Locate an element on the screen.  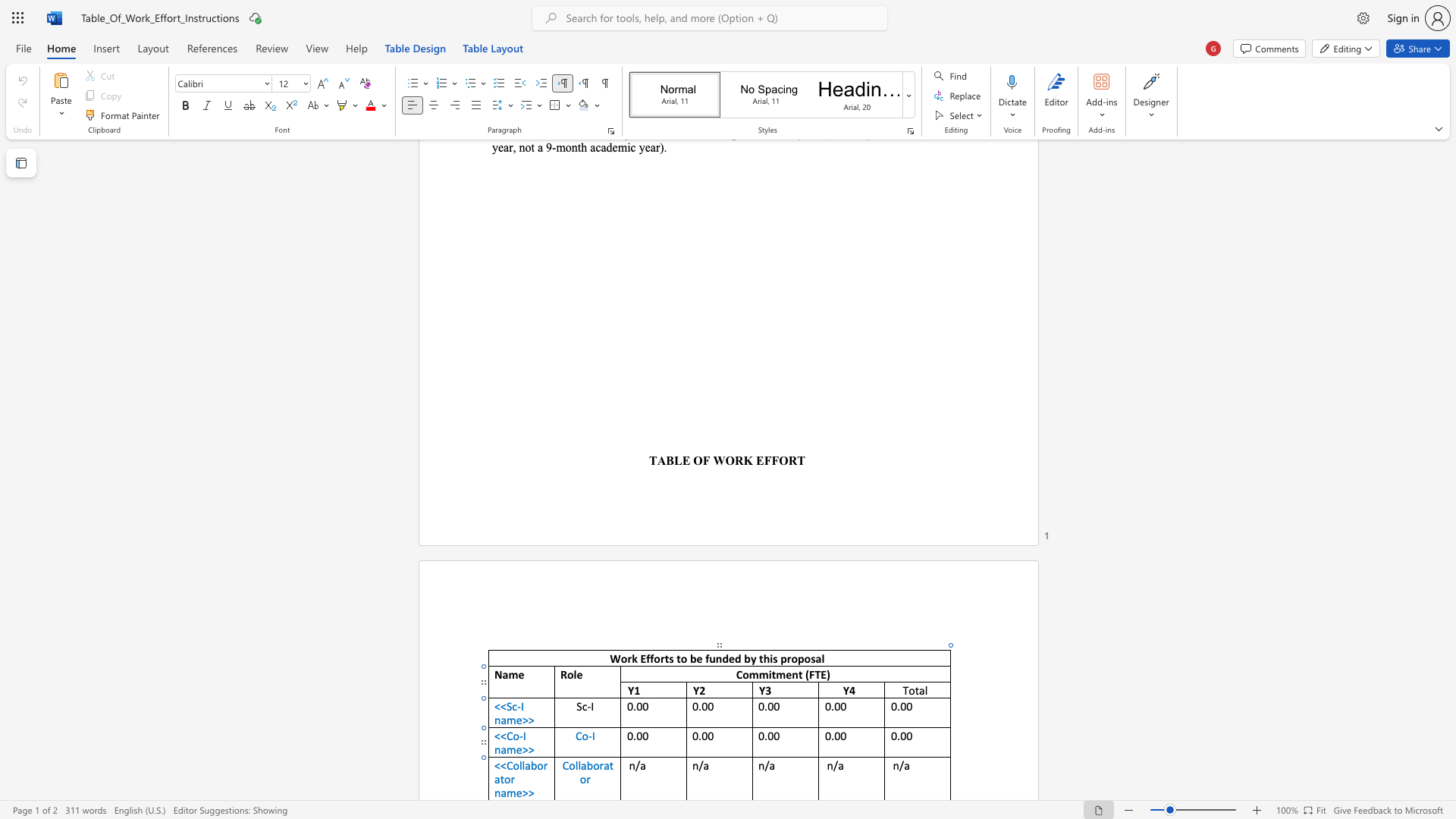
the space between the continuous character "a" and "t" in the text is located at coordinates (500, 779).